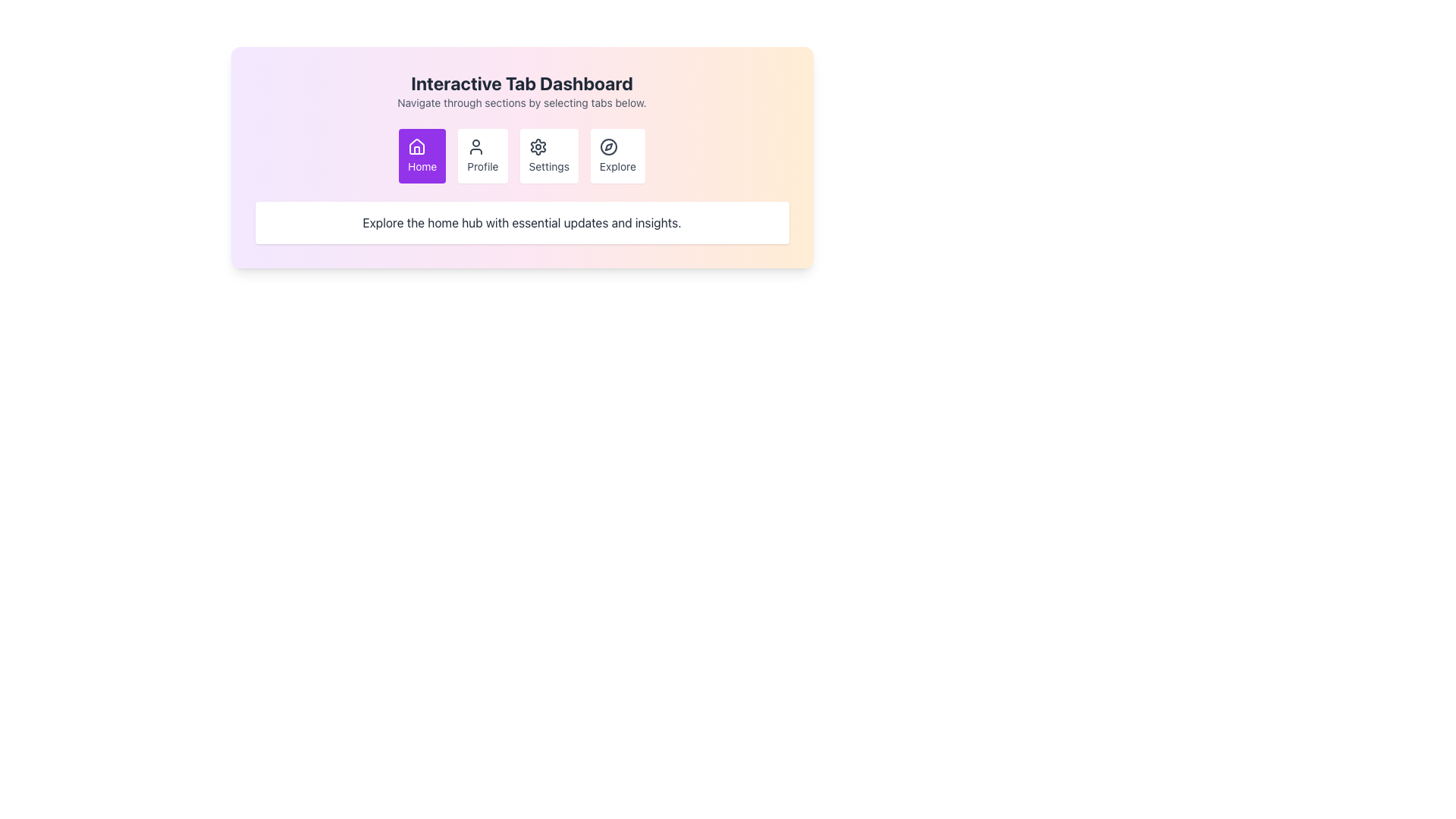 The height and width of the screenshot is (819, 1456). Describe the element at coordinates (538, 146) in the screenshot. I see `the gear-shaped icon within the 'Settings' button, which is the third button in a horizontal row of four buttons` at that location.